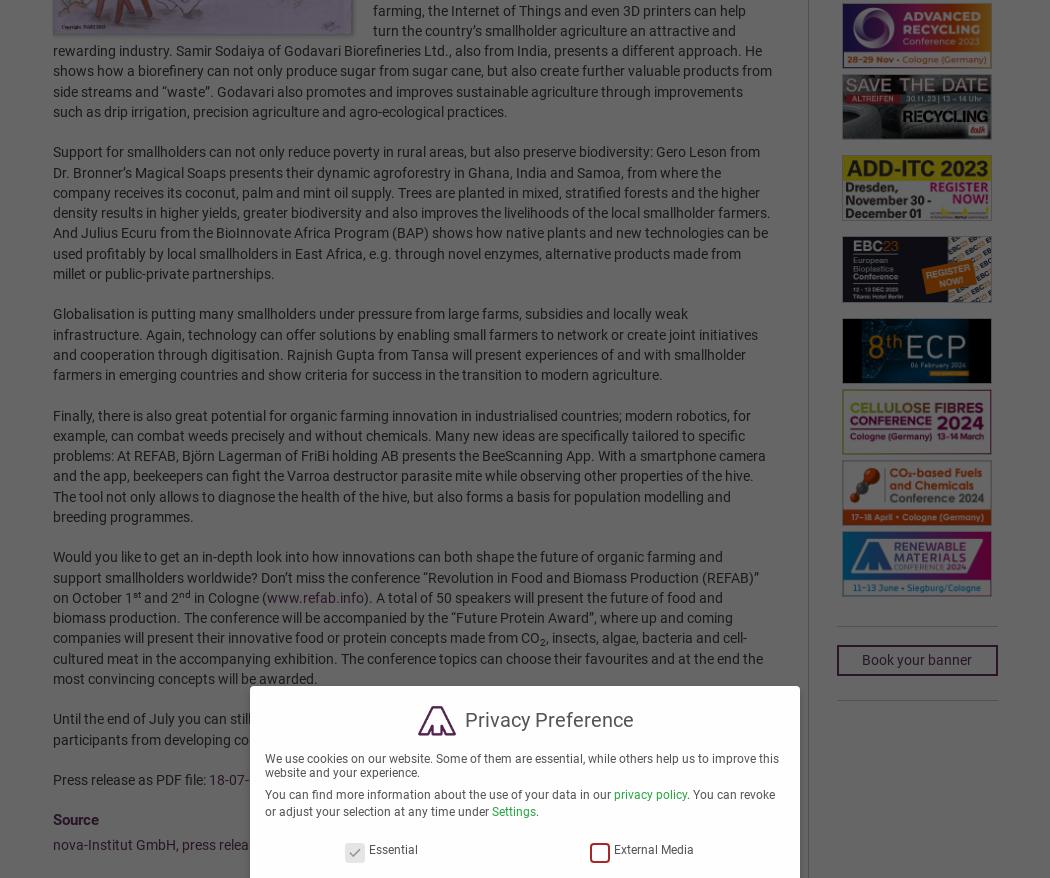 The height and width of the screenshot is (878, 1050). Describe the element at coordinates (158, 597) in the screenshot. I see `'and 2'` at that location.